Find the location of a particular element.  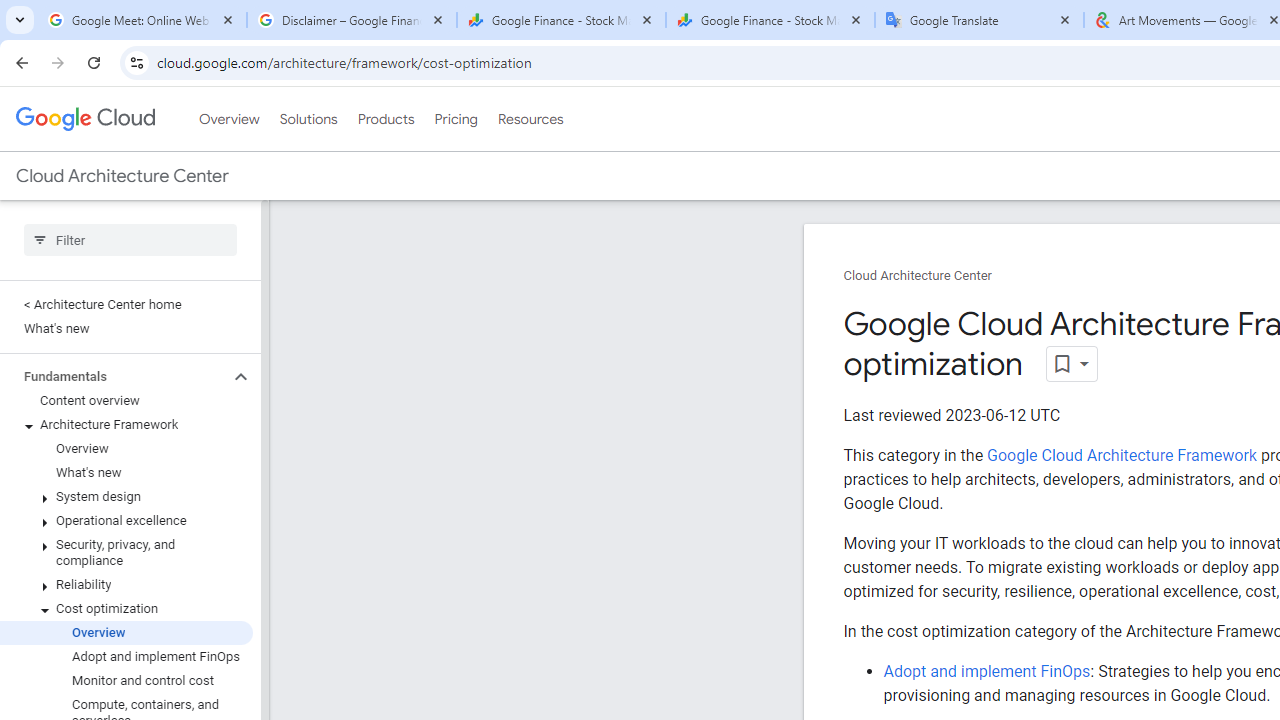

'What' is located at coordinates (125, 473).